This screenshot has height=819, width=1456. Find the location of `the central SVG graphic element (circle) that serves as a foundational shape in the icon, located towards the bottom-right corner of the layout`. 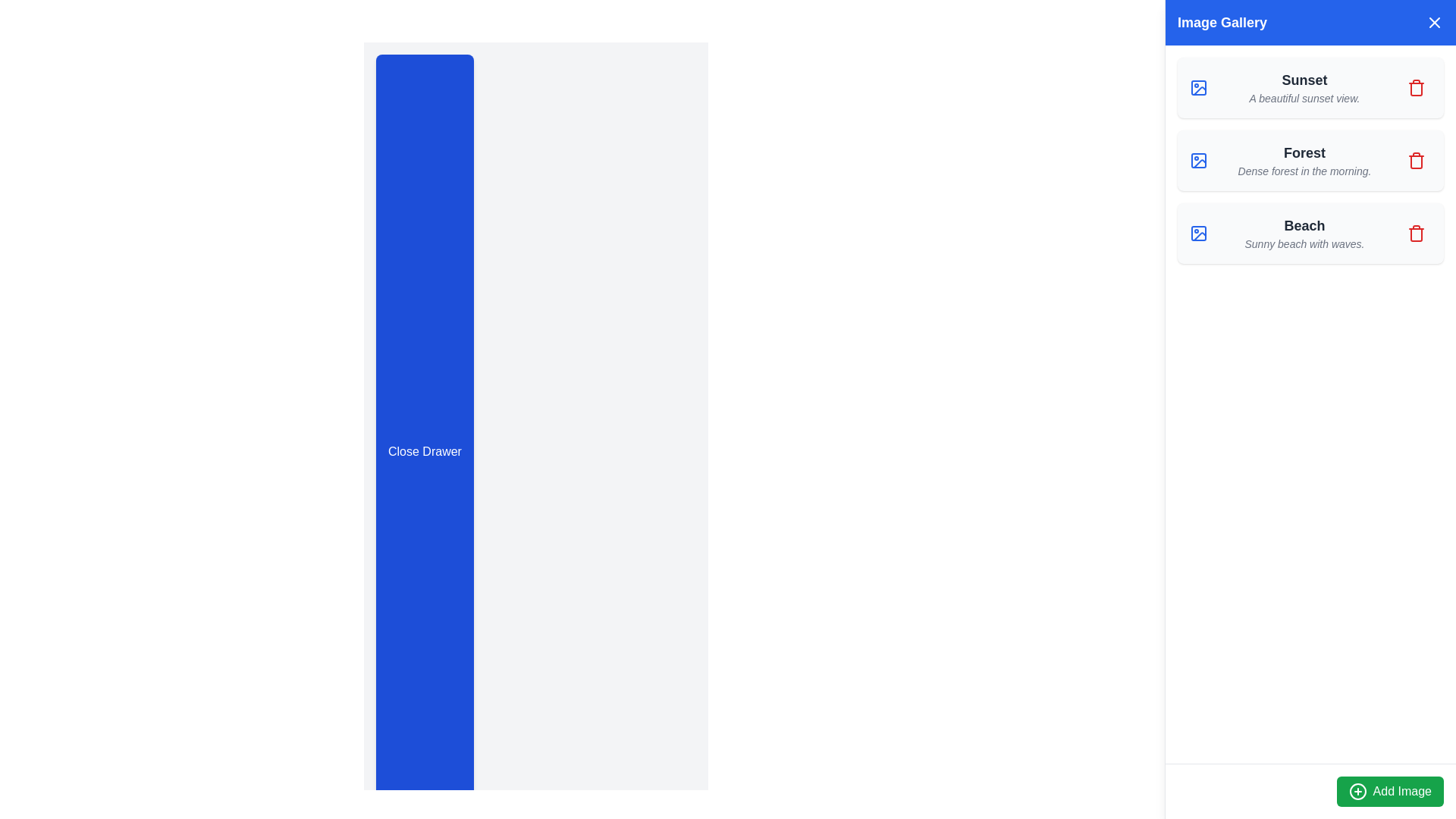

the central SVG graphic element (circle) that serves as a foundational shape in the icon, located towards the bottom-right corner of the layout is located at coordinates (1357, 791).